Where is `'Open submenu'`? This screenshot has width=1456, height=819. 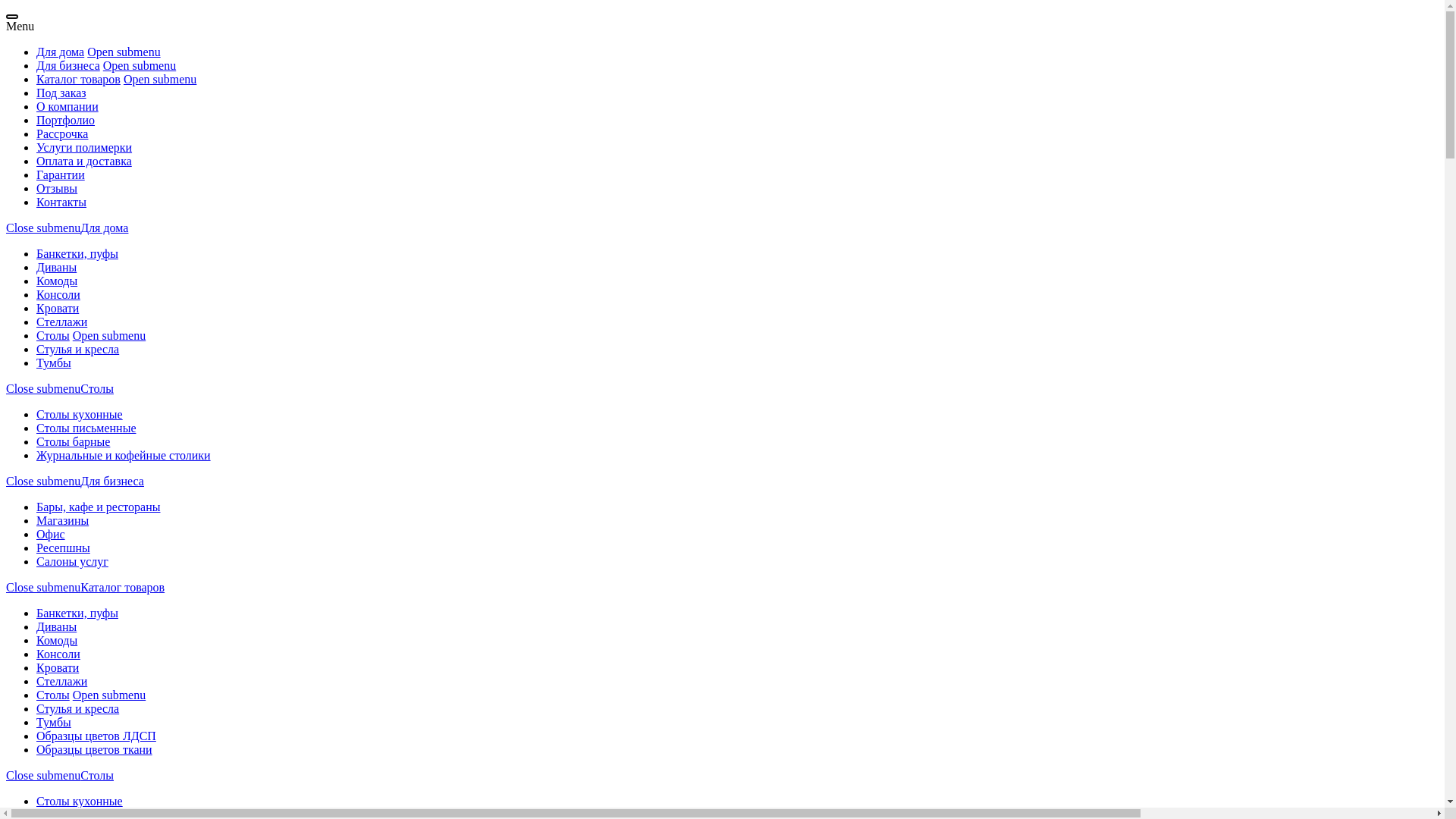 'Open submenu' is located at coordinates (72, 695).